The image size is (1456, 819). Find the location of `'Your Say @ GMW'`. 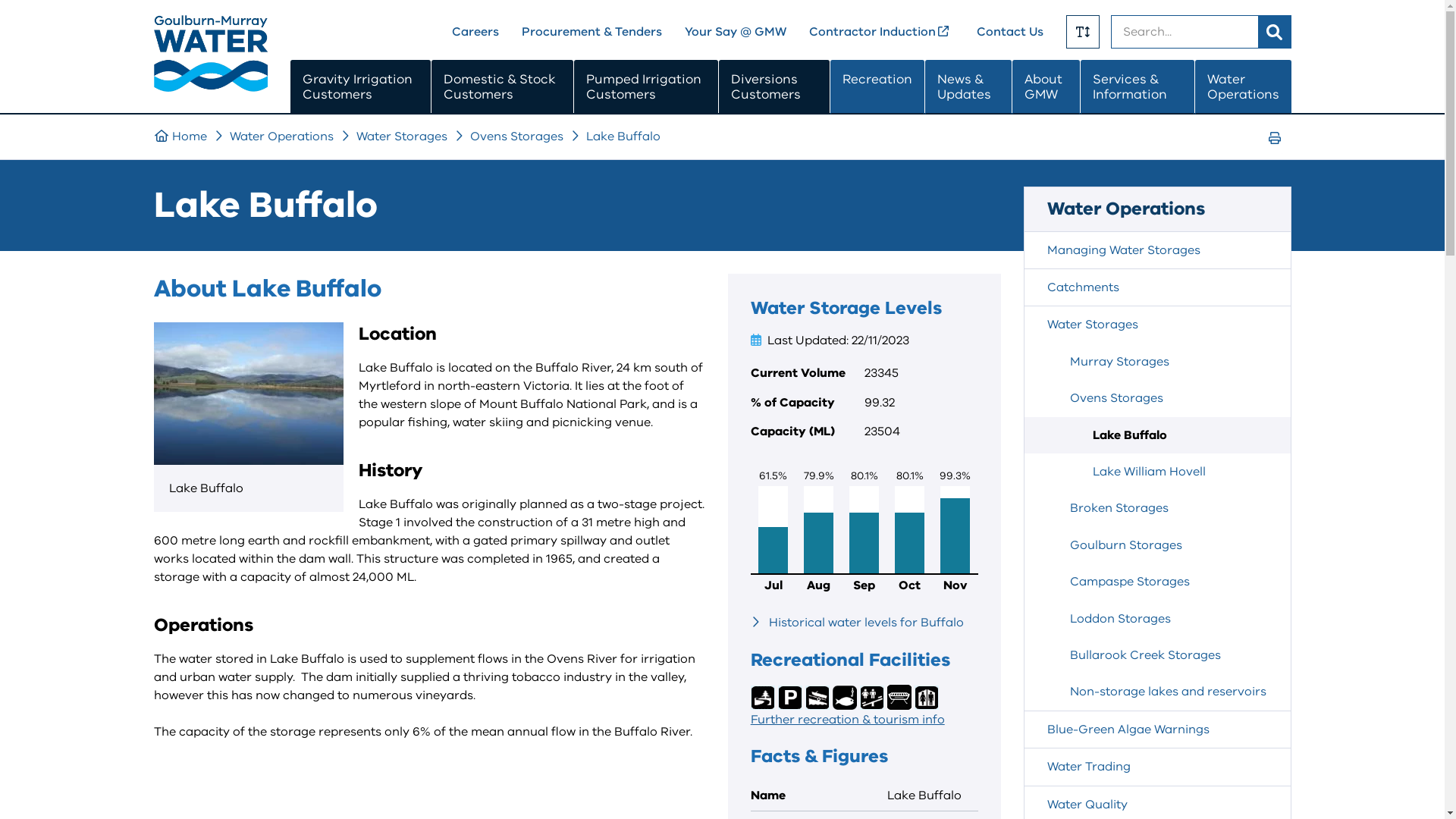

'Your Say @ GMW' is located at coordinates (735, 32).